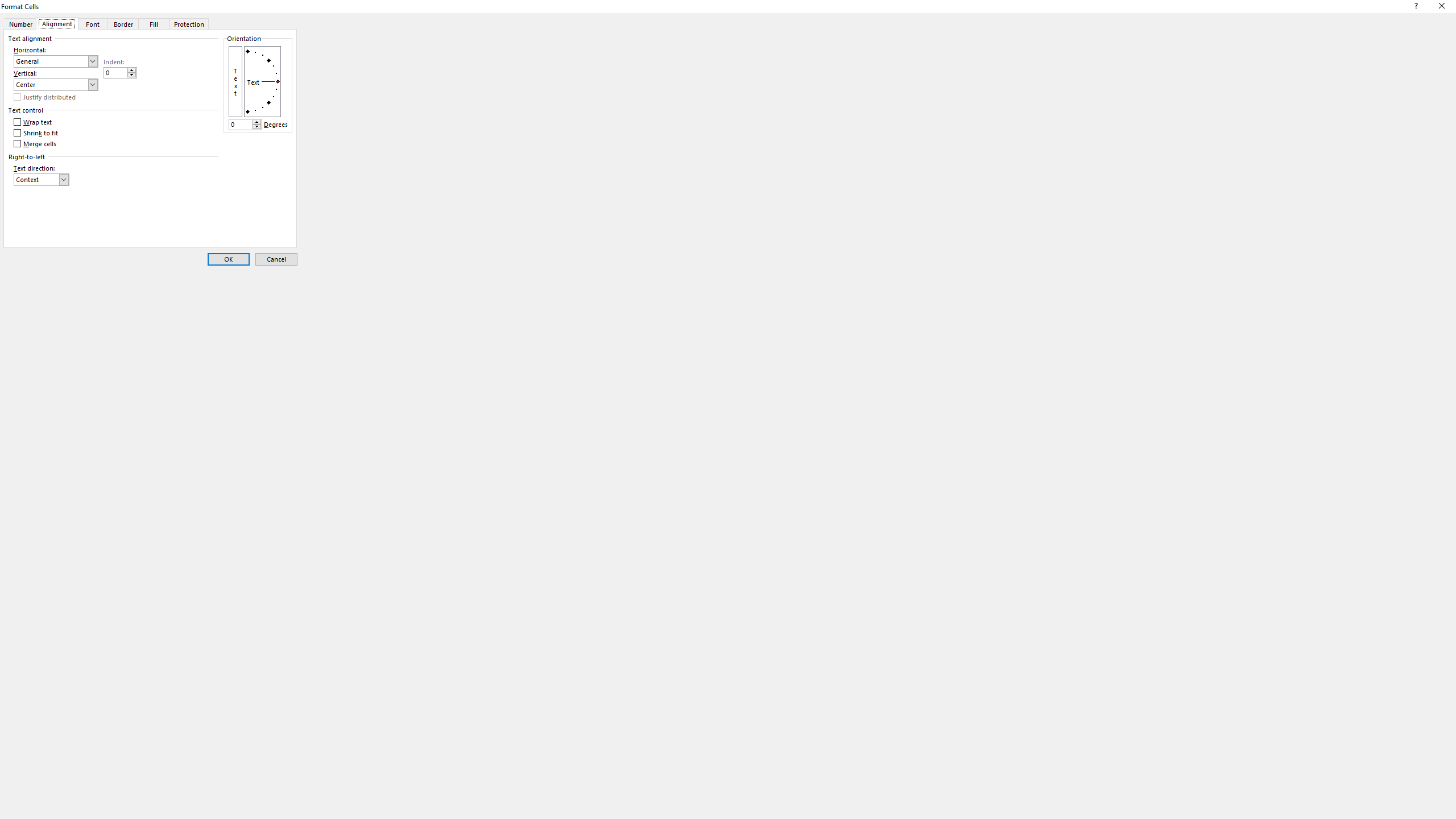 Image resolution: width=1456 pixels, height=819 pixels. Describe the element at coordinates (120, 72) in the screenshot. I see `'Indent:'` at that location.